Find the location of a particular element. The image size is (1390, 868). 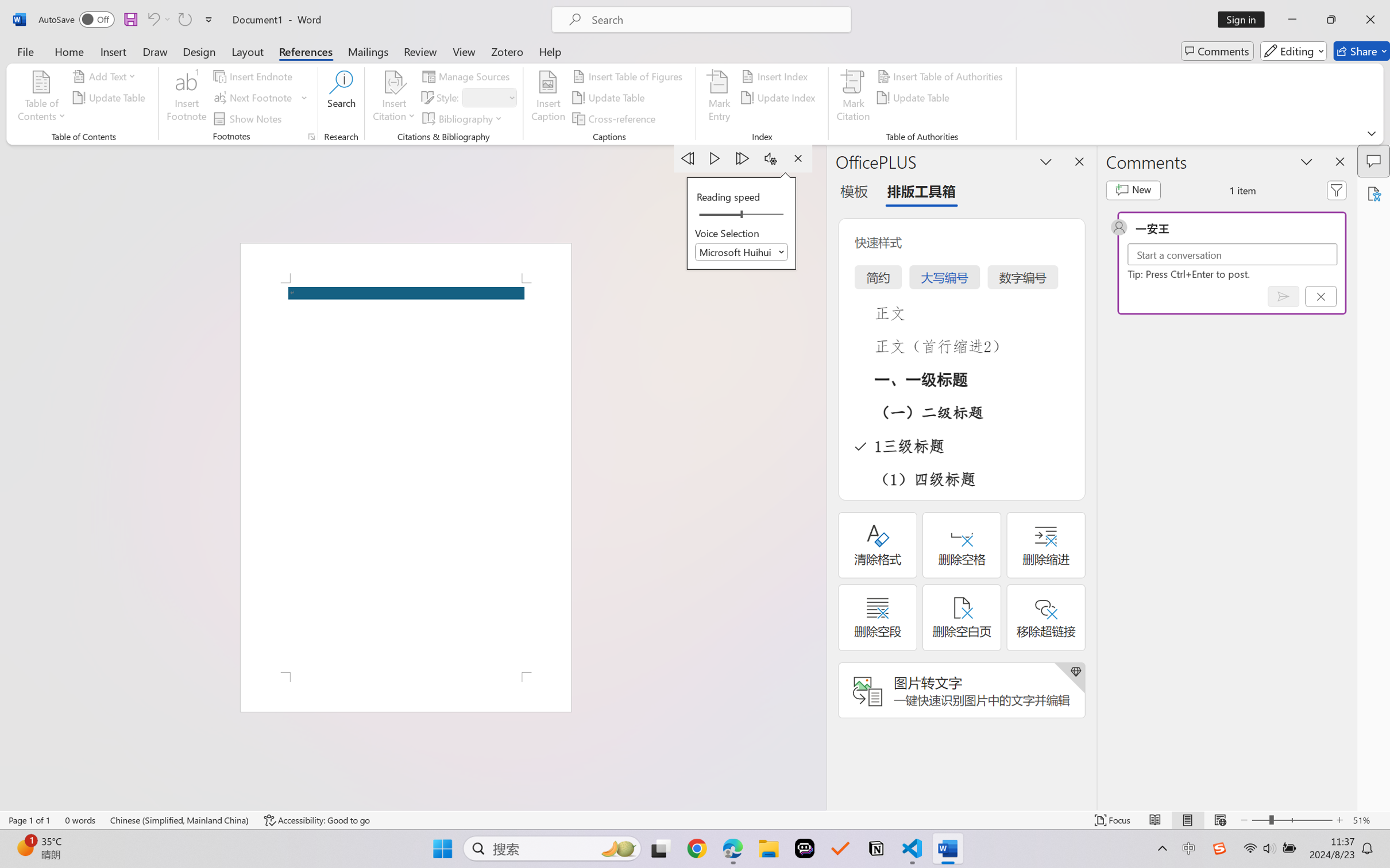

'Manage Sources...' is located at coordinates (468, 75).